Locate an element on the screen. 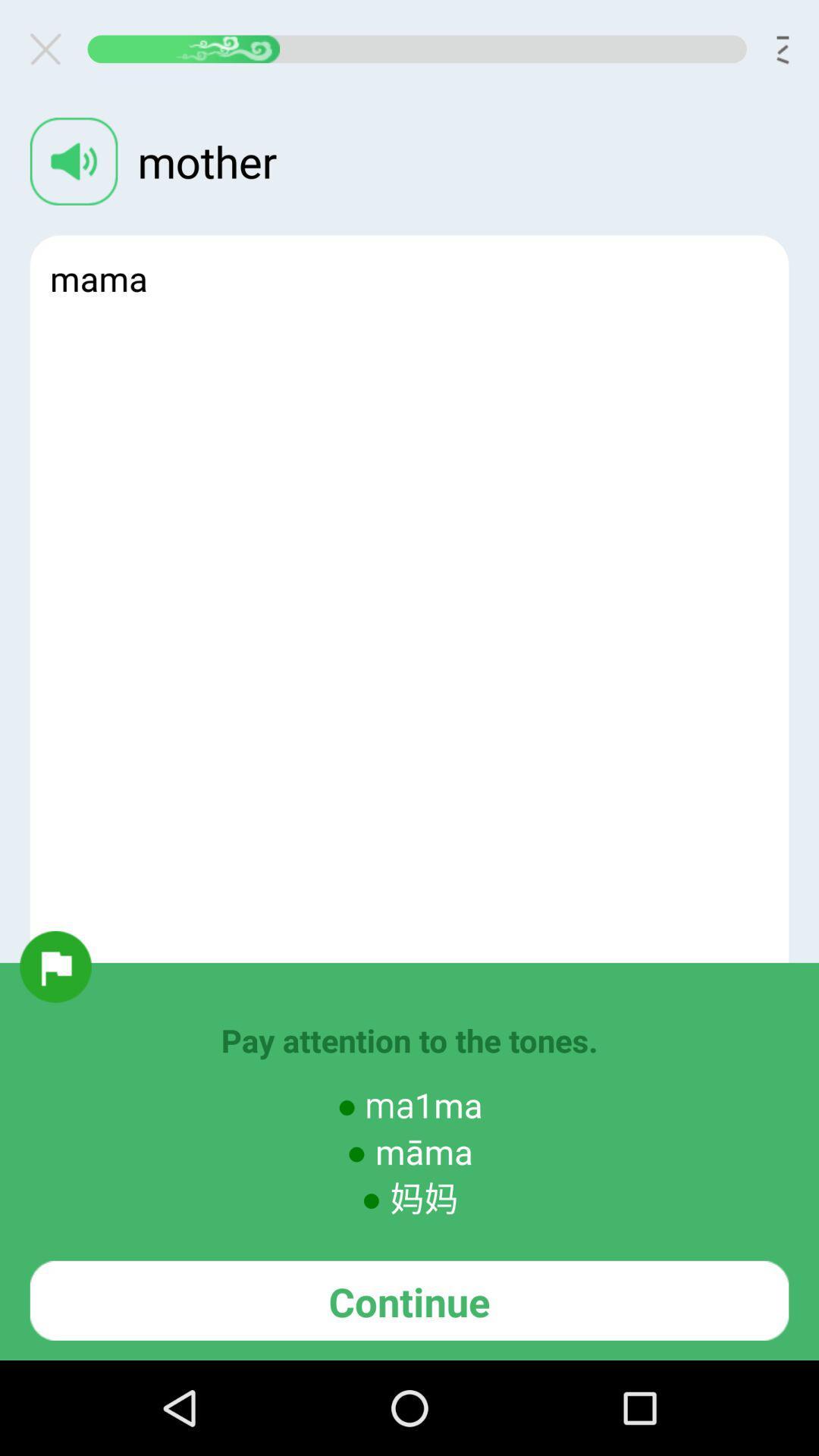 The width and height of the screenshot is (819, 1456). the volume icon is located at coordinates (74, 172).